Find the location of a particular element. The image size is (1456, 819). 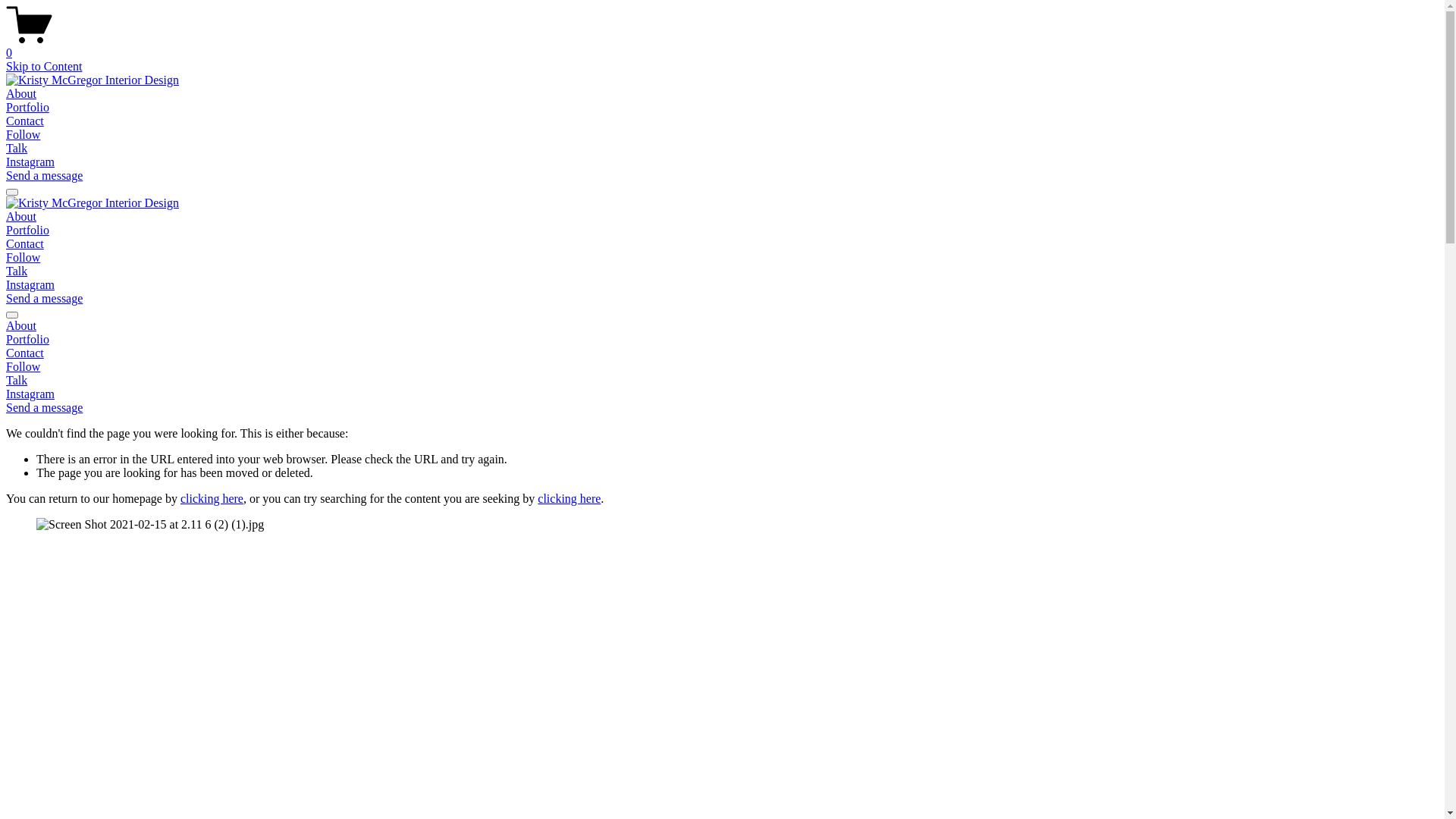

'Follow' is located at coordinates (23, 133).